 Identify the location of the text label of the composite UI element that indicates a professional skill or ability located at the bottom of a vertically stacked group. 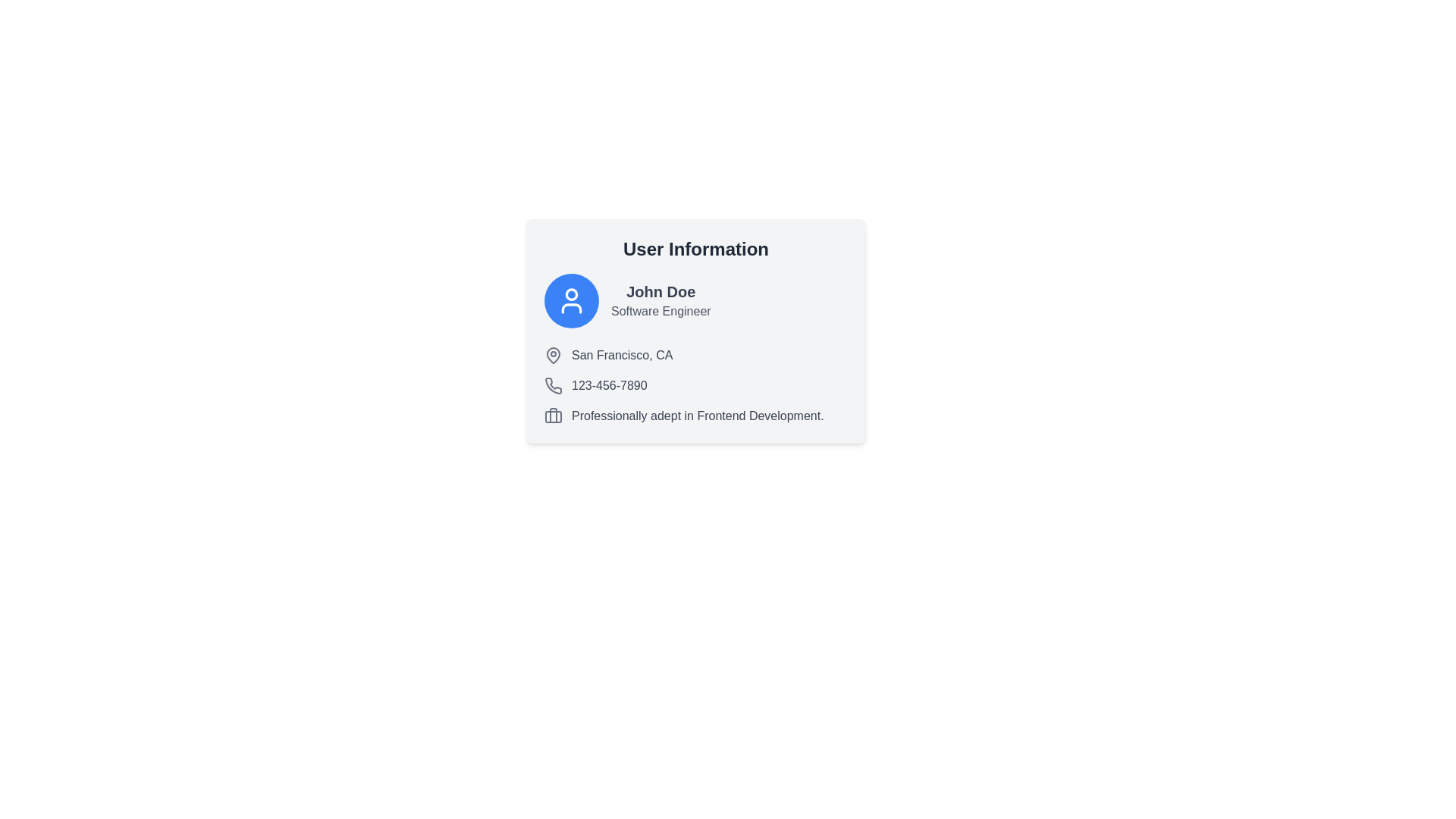
(695, 416).